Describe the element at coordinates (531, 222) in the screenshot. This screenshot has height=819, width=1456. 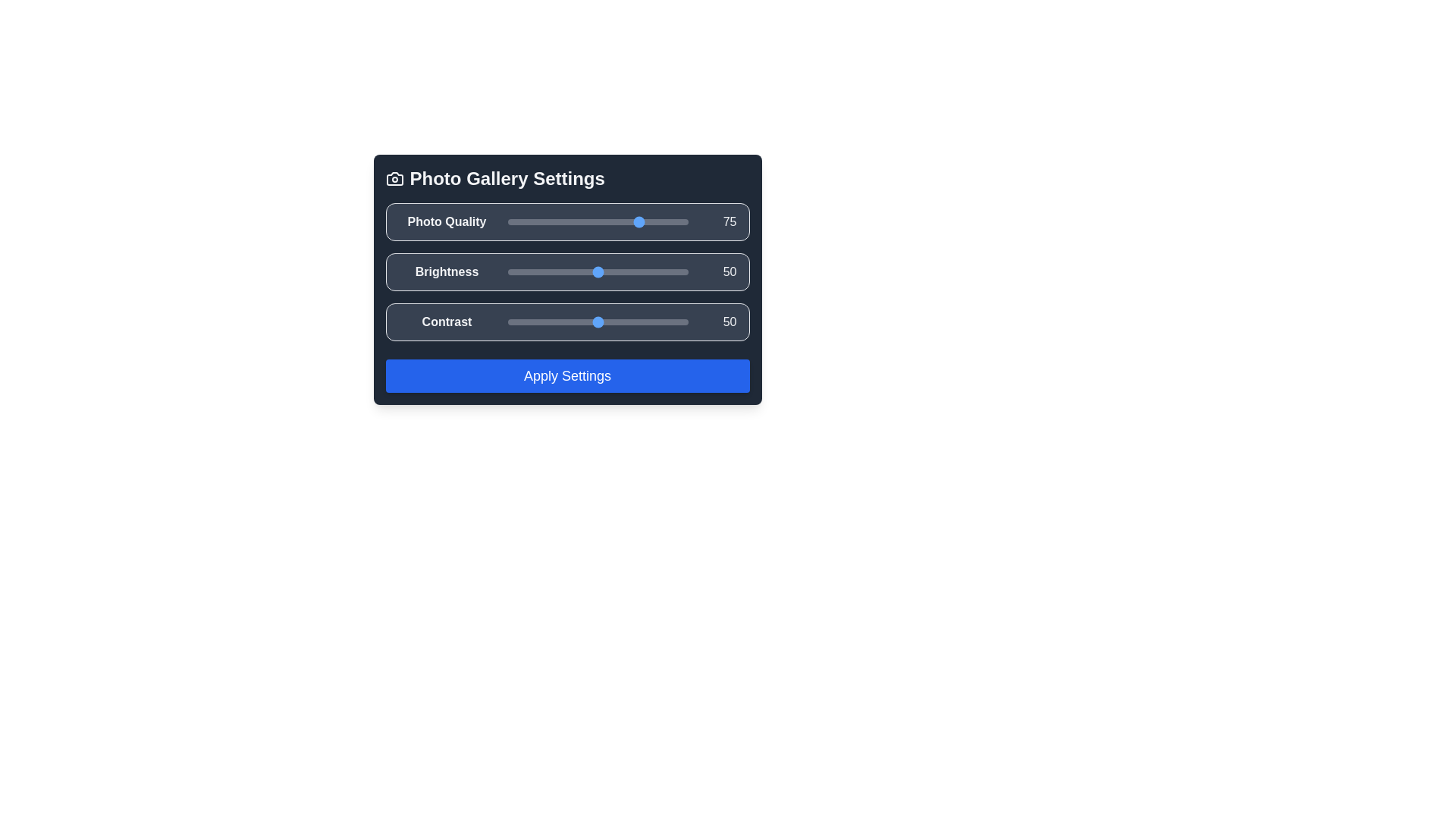
I see `the photo quality` at that location.